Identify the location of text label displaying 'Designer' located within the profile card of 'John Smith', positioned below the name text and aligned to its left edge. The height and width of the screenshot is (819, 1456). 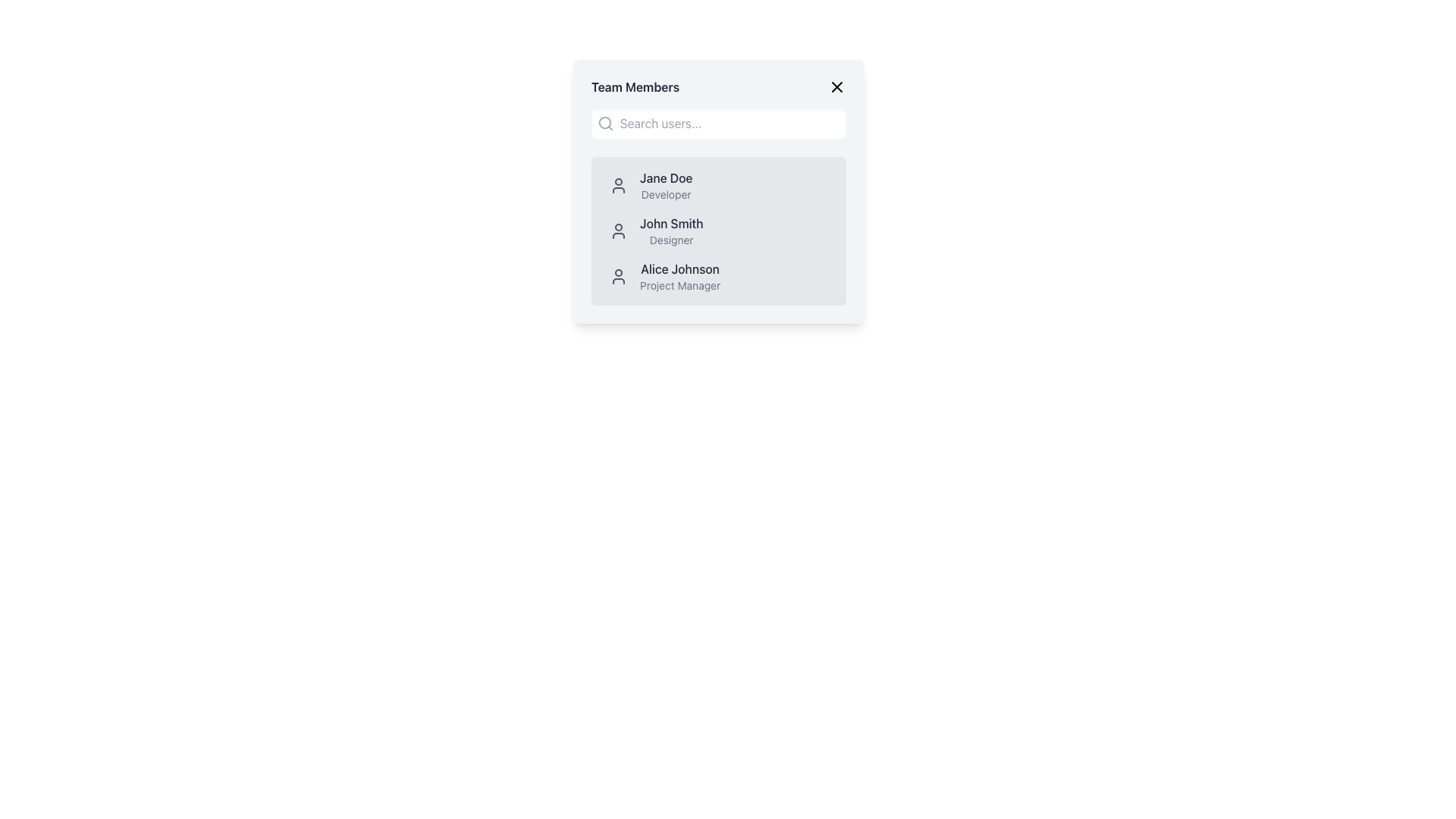
(670, 239).